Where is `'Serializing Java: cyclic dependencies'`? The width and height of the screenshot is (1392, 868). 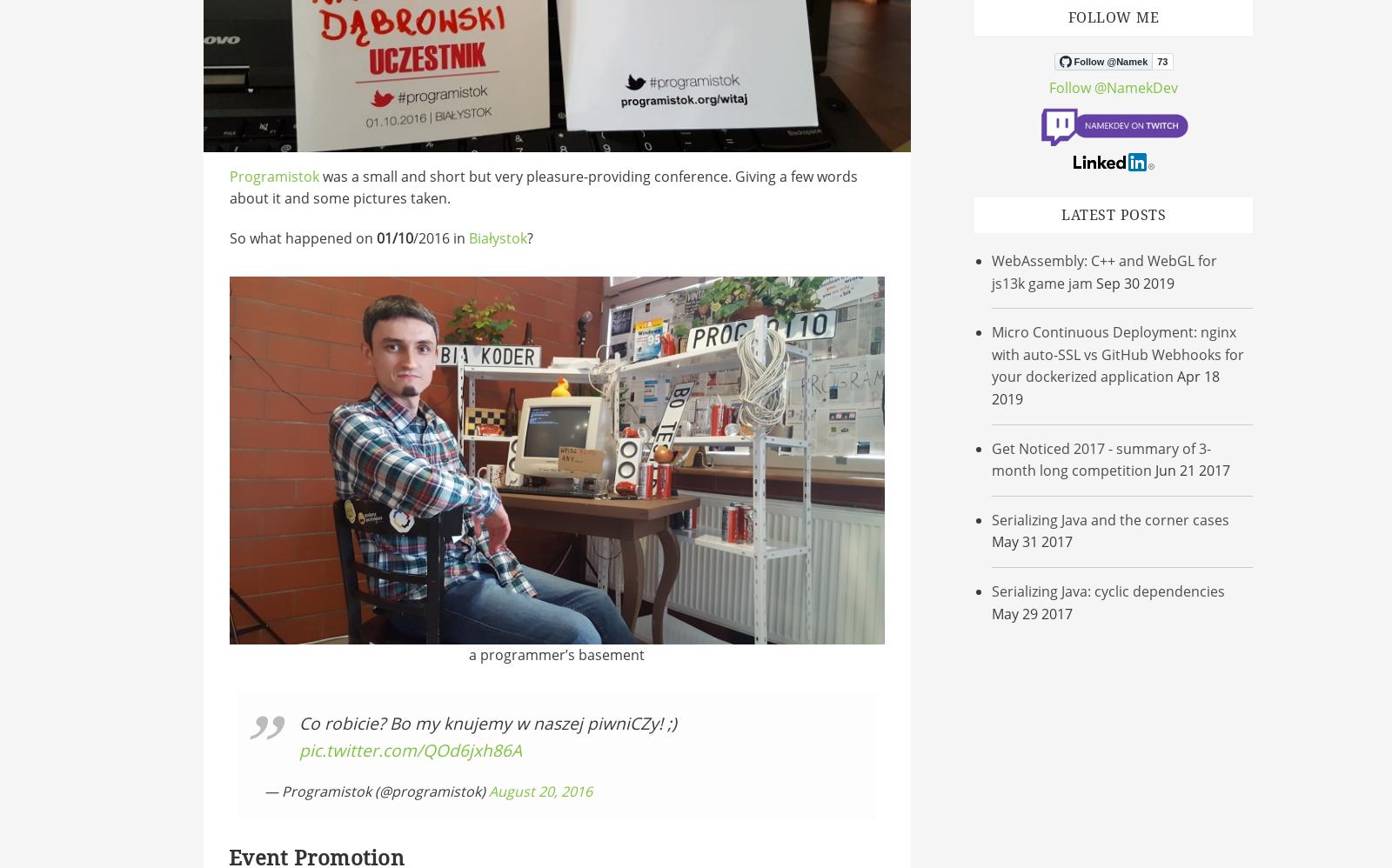 'Serializing Java: cyclic dependencies' is located at coordinates (1108, 590).